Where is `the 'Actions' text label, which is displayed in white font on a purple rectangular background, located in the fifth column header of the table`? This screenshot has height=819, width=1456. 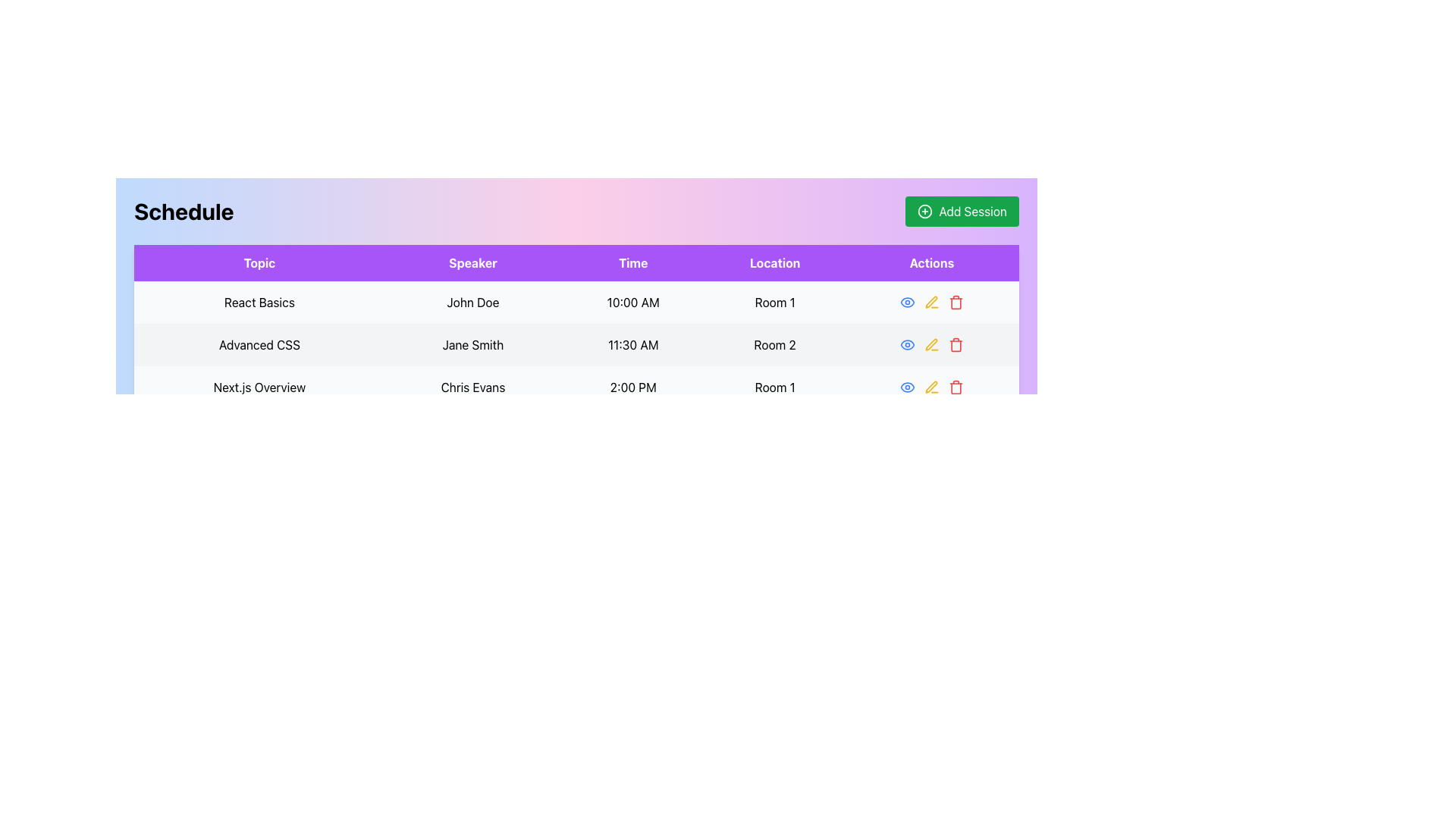
the 'Actions' text label, which is displayed in white font on a purple rectangular background, located in the fifth column header of the table is located at coordinates (930, 262).